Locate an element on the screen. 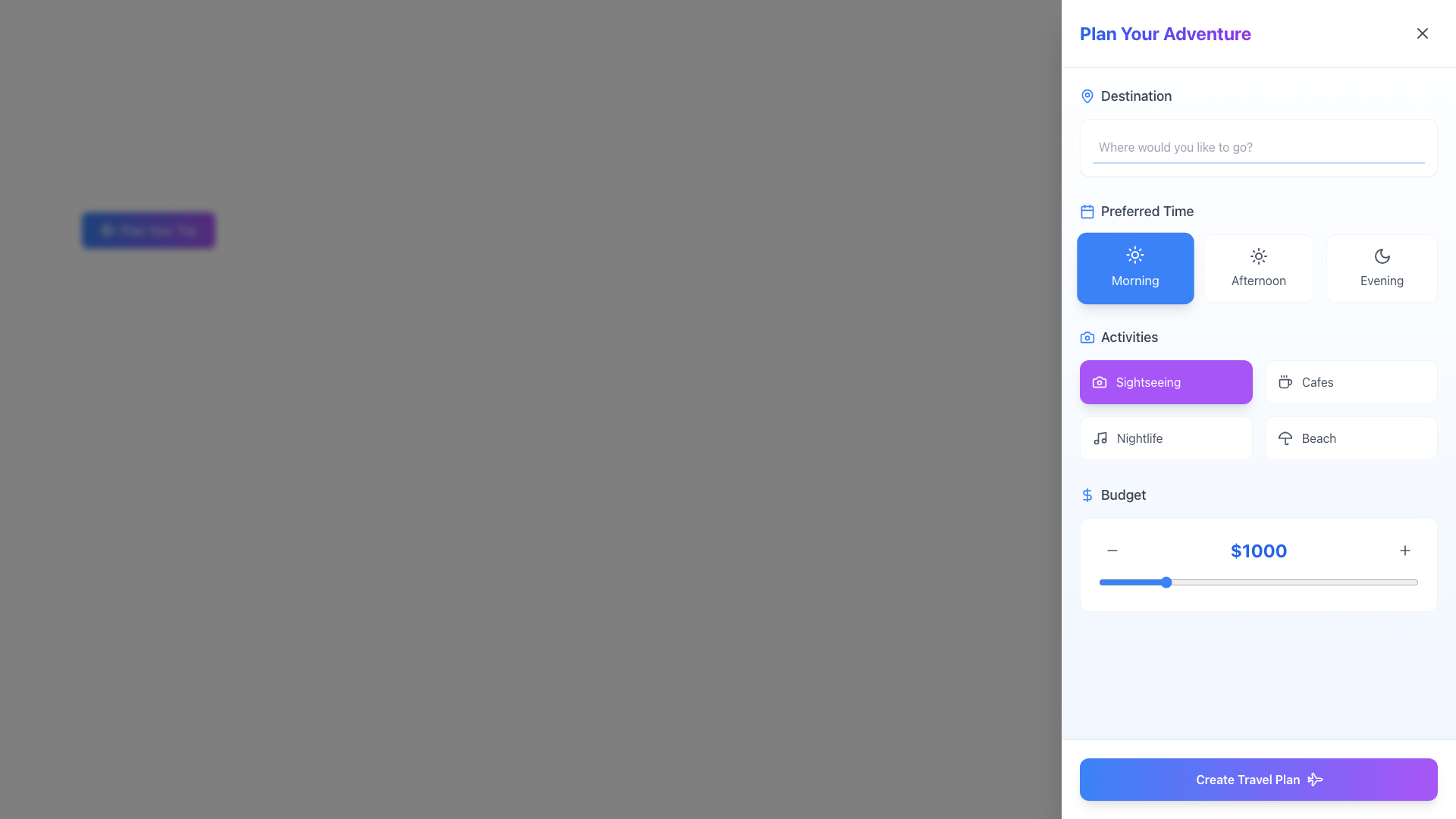  the budget value is located at coordinates (1178, 581).